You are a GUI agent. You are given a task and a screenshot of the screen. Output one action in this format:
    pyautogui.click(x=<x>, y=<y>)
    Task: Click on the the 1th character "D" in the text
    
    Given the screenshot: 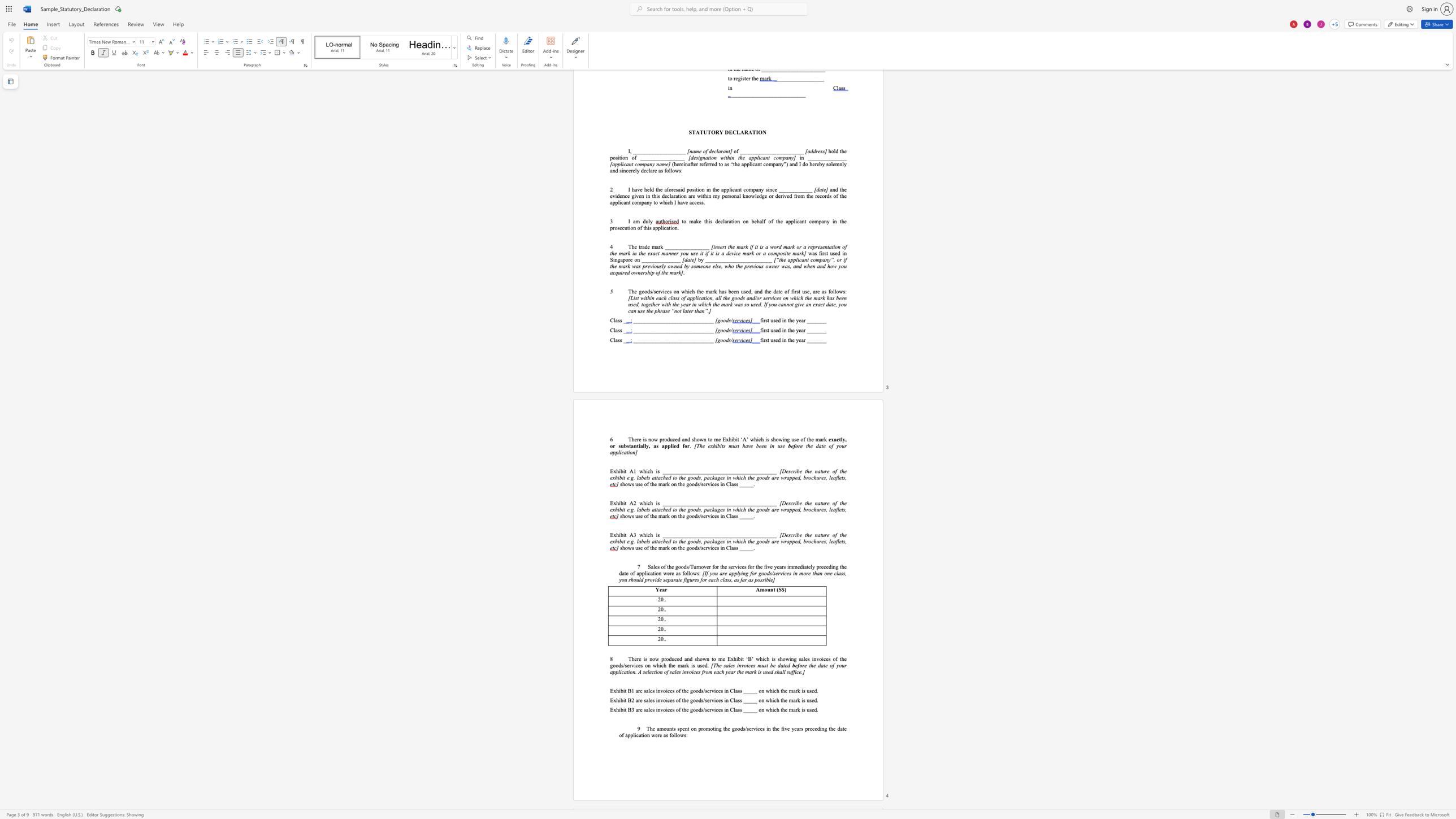 What is the action you would take?
    pyautogui.click(x=783, y=534)
    